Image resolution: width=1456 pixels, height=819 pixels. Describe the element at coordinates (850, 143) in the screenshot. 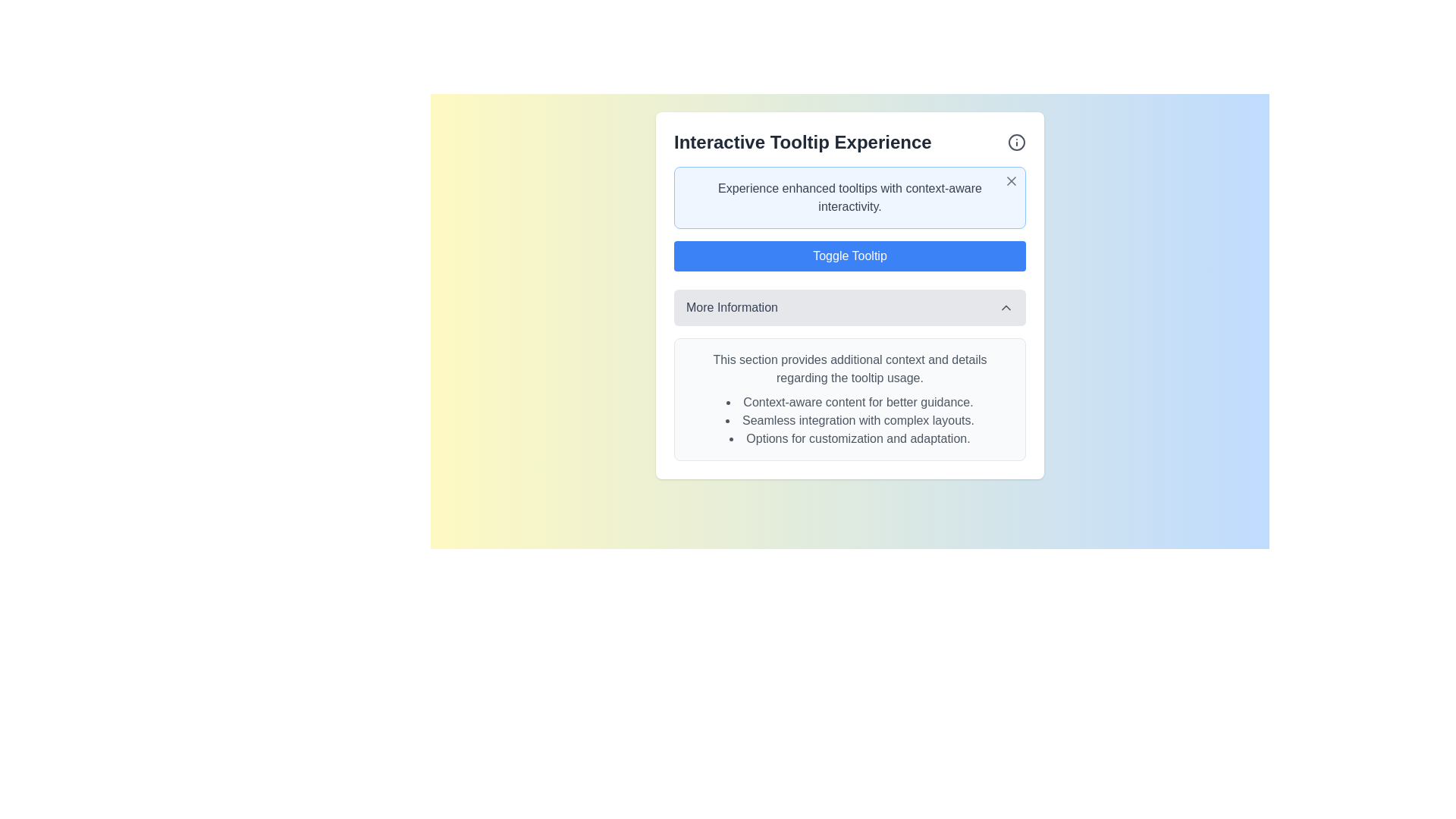

I see `prominent text header that displays 'Interactive Tooltip Experience' to obtain context` at that location.